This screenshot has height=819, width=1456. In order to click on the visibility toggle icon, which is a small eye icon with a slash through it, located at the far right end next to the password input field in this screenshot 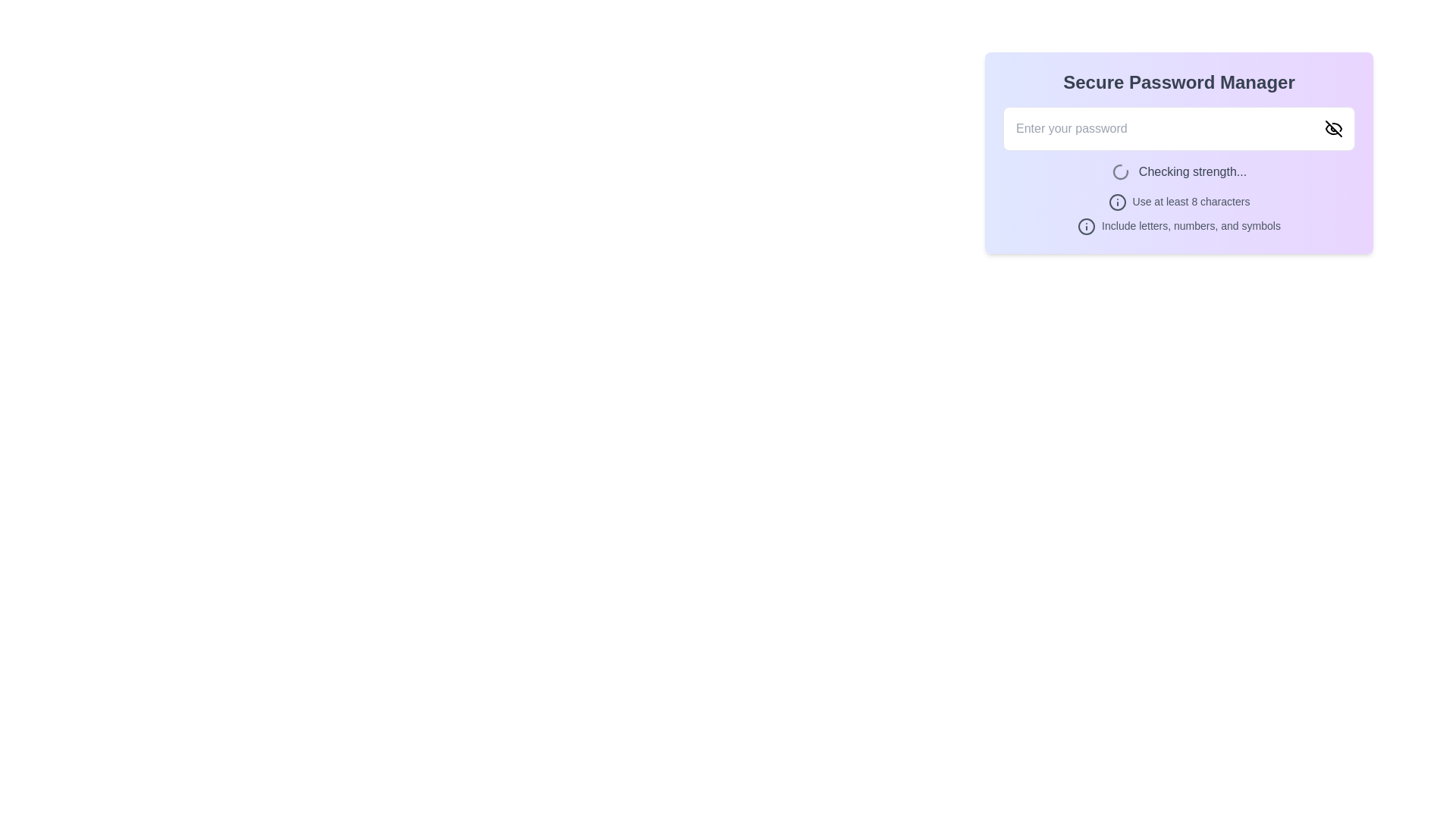, I will do `click(1332, 127)`.